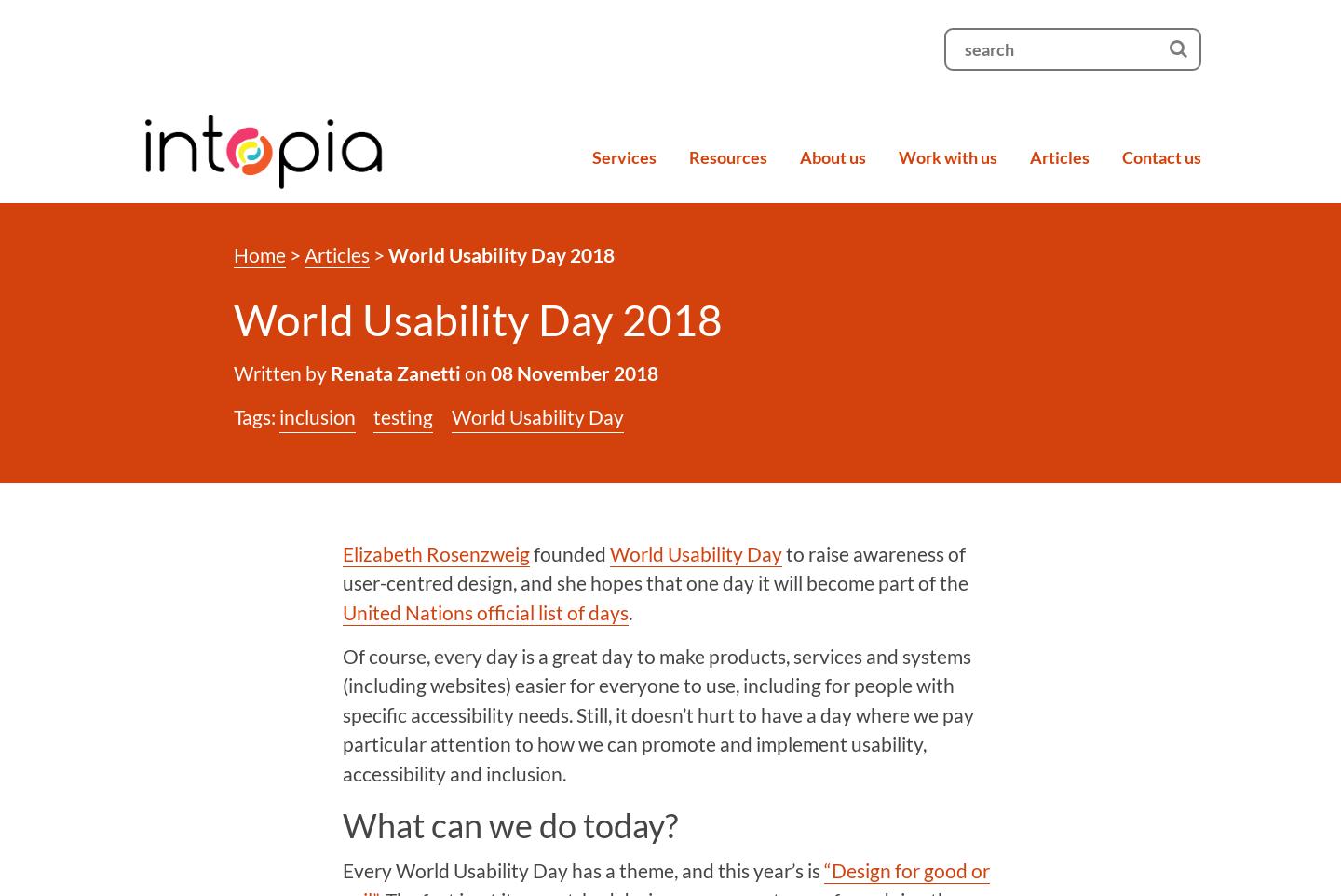 Image resolution: width=1341 pixels, height=896 pixels. What do you see at coordinates (657, 713) in the screenshot?
I see `'Of course, every day is a great day to make products, services and systems (including websites) easier for everyone to use, including for people with specific accessibility needs. Still, it doesn’t hurt to have a day where we pay particular attention to how we can promote and implement usability, accessibility and inclusion.'` at bounding box center [657, 713].